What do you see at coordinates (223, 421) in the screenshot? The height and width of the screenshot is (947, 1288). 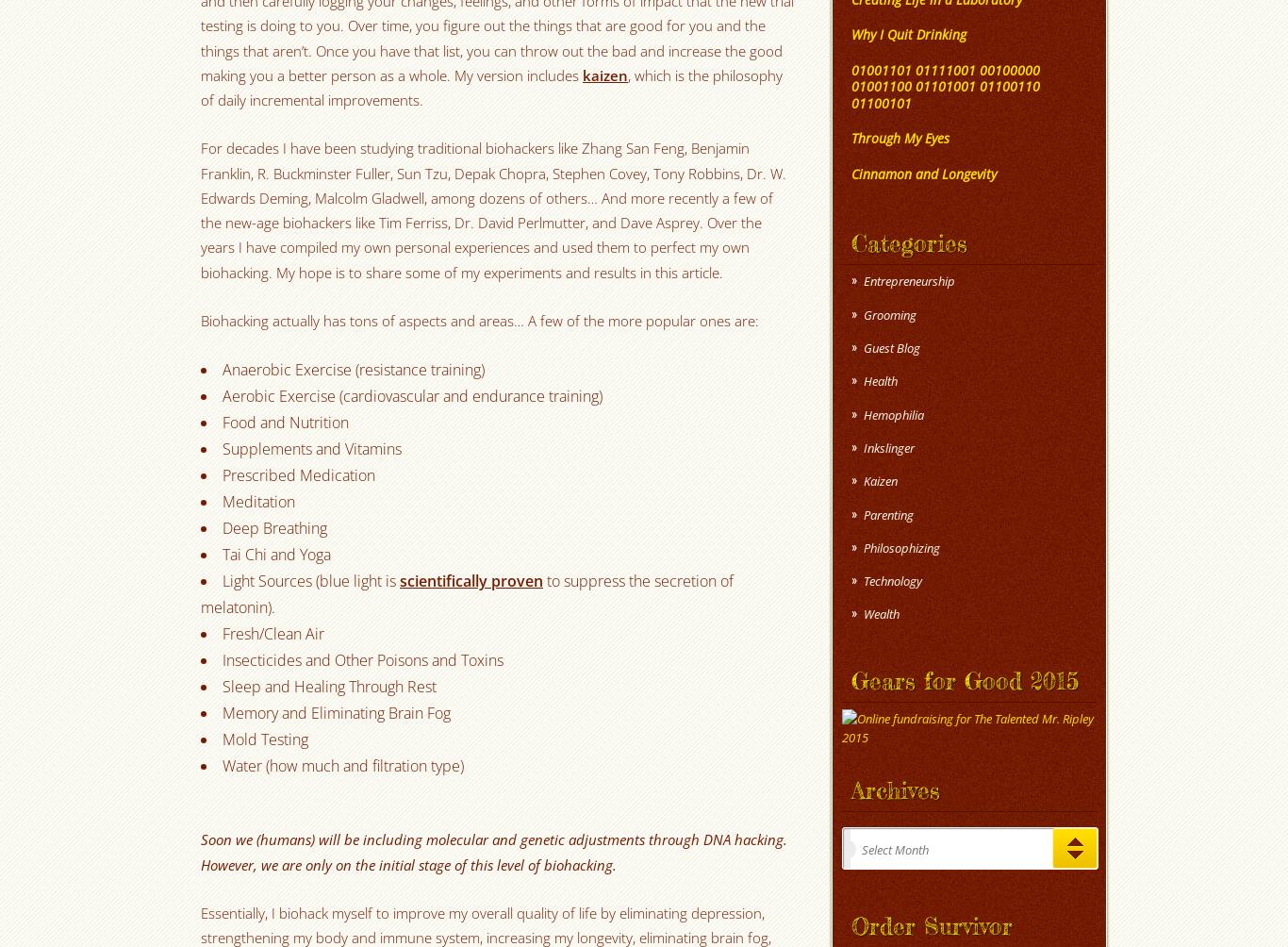 I see `'Food and Nutrition'` at bounding box center [223, 421].